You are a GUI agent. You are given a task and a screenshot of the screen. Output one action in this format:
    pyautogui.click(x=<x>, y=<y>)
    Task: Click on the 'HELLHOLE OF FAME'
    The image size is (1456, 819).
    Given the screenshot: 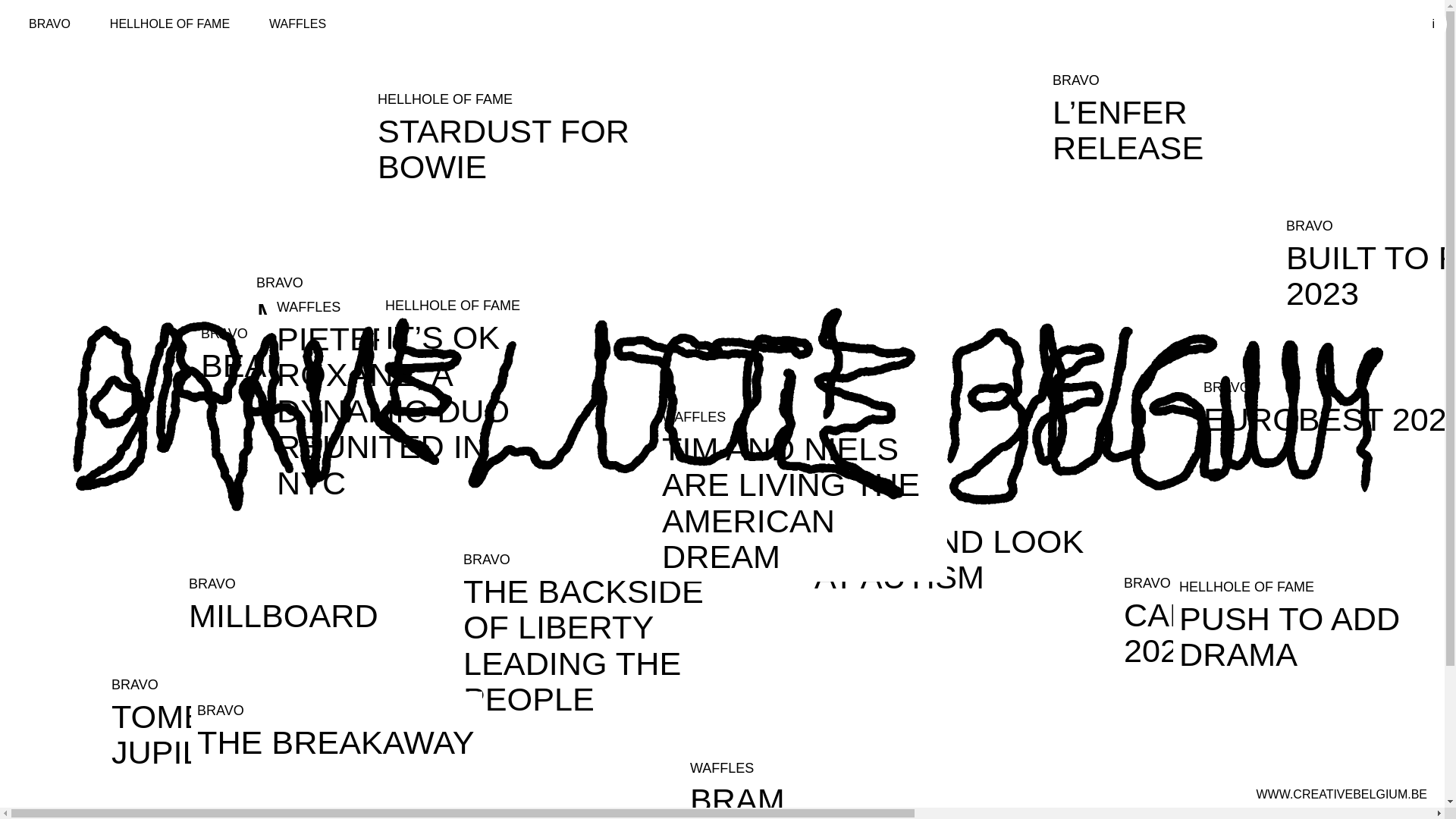 What is the action you would take?
    pyautogui.click(x=170, y=24)
    